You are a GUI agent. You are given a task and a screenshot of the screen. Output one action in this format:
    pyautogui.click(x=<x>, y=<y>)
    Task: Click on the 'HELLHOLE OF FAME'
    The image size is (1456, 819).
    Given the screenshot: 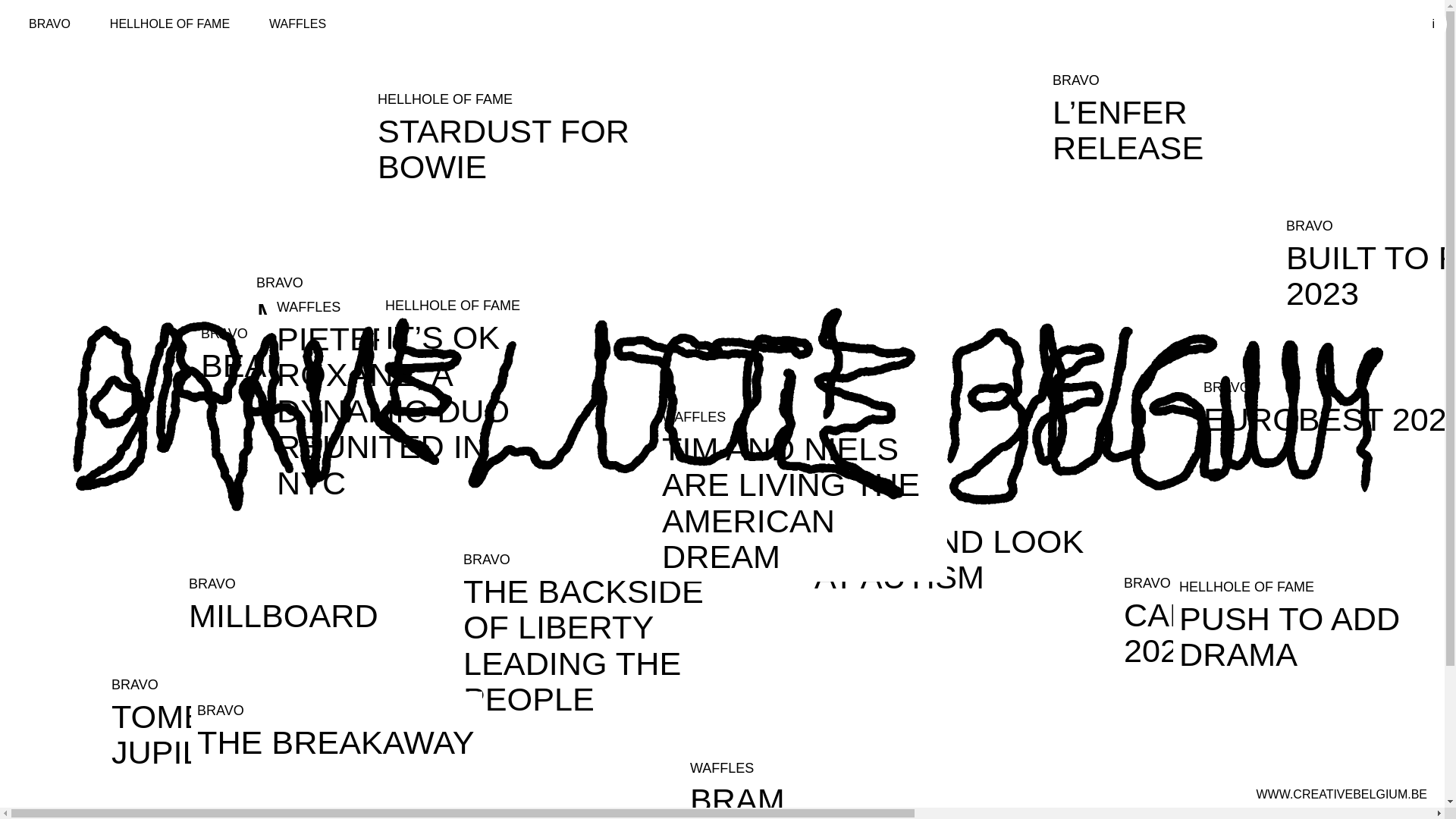 What is the action you would take?
    pyautogui.click(x=170, y=24)
    